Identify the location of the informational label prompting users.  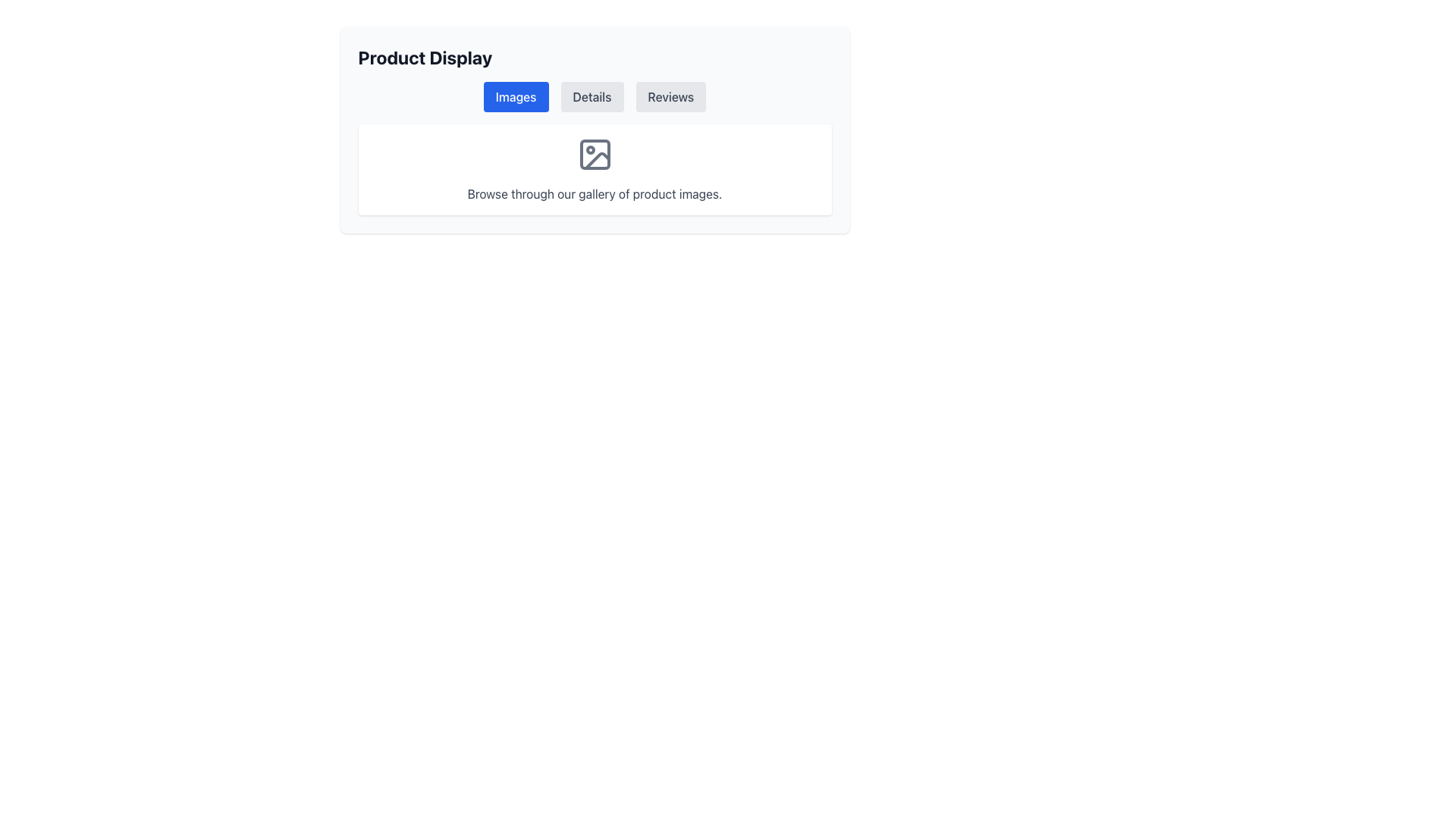
(594, 169).